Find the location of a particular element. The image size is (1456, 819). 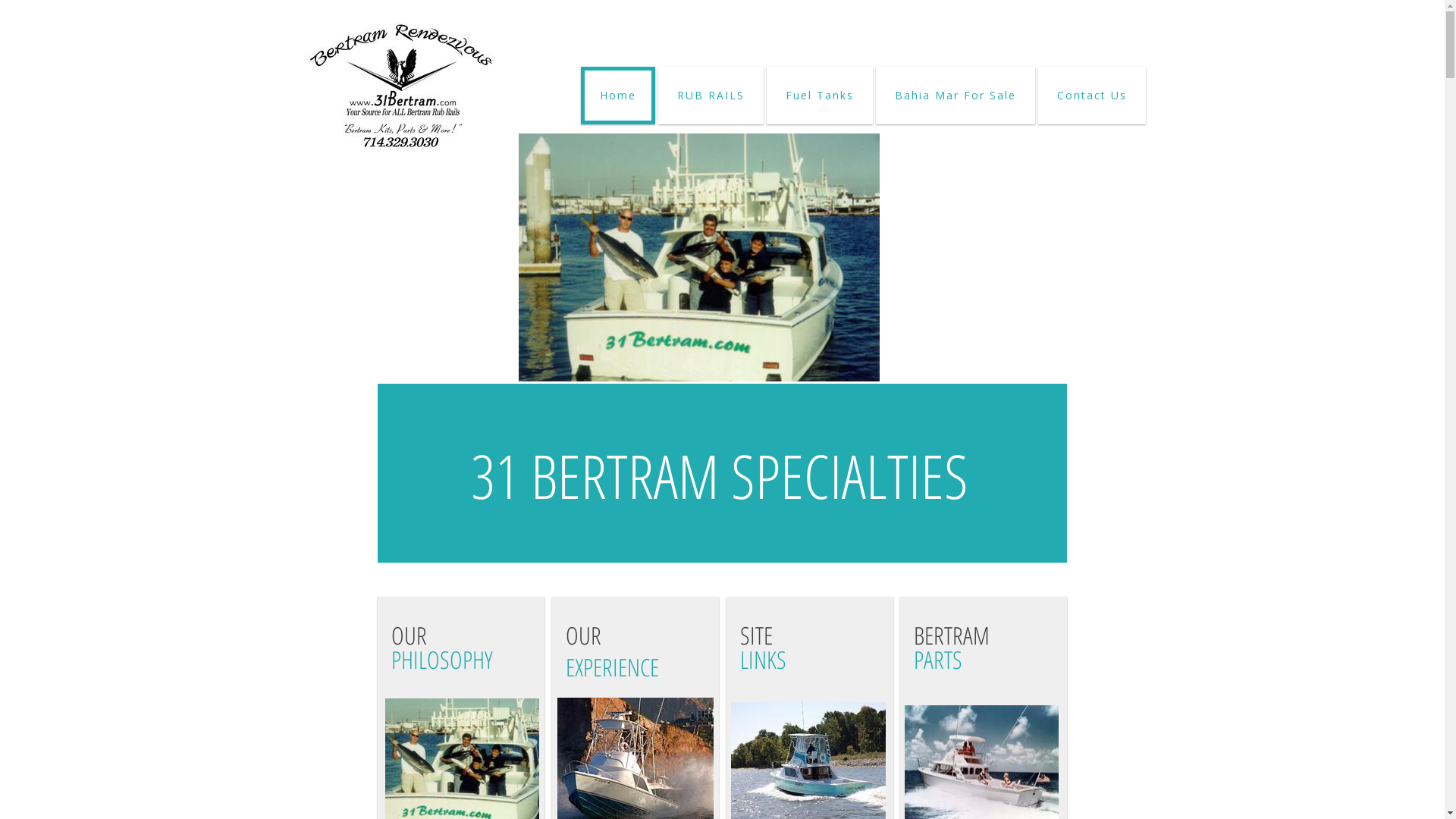

'Home' is located at coordinates (580, 96).